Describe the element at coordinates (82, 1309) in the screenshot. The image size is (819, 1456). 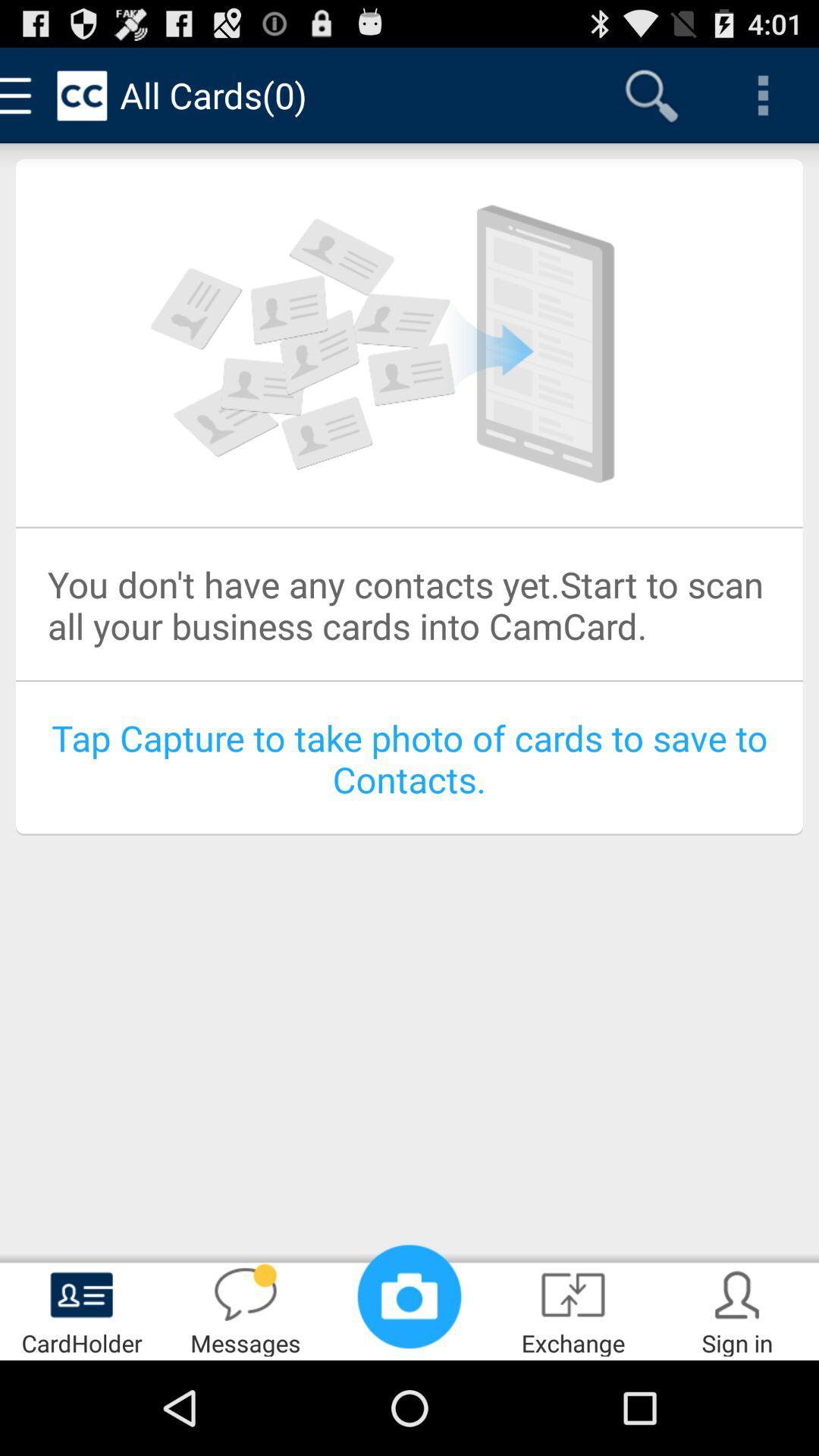
I see `item next to messages item` at that location.